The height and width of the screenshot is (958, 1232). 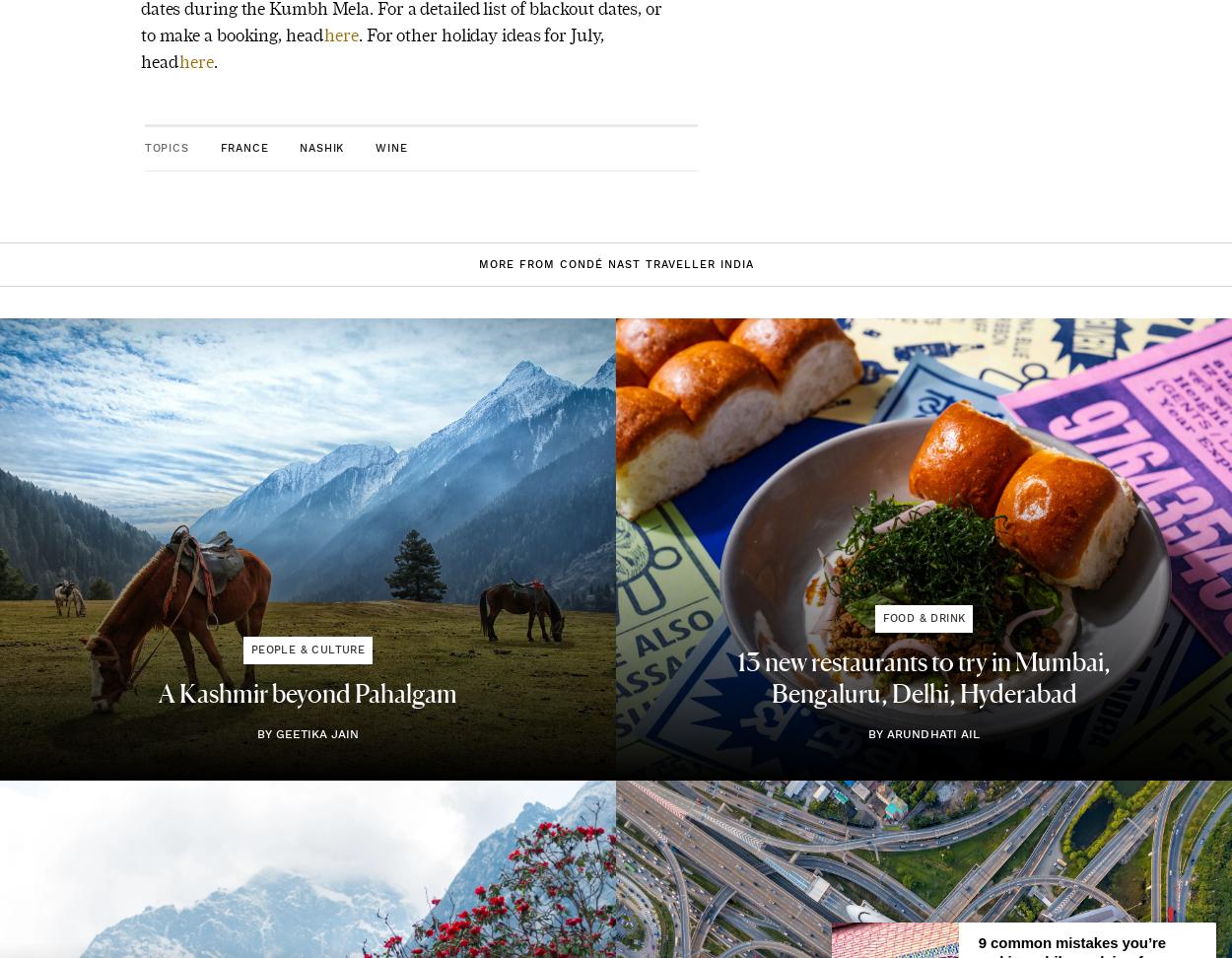 I want to click on 'More from Condé Nast Traveller India', so click(x=614, y=263).